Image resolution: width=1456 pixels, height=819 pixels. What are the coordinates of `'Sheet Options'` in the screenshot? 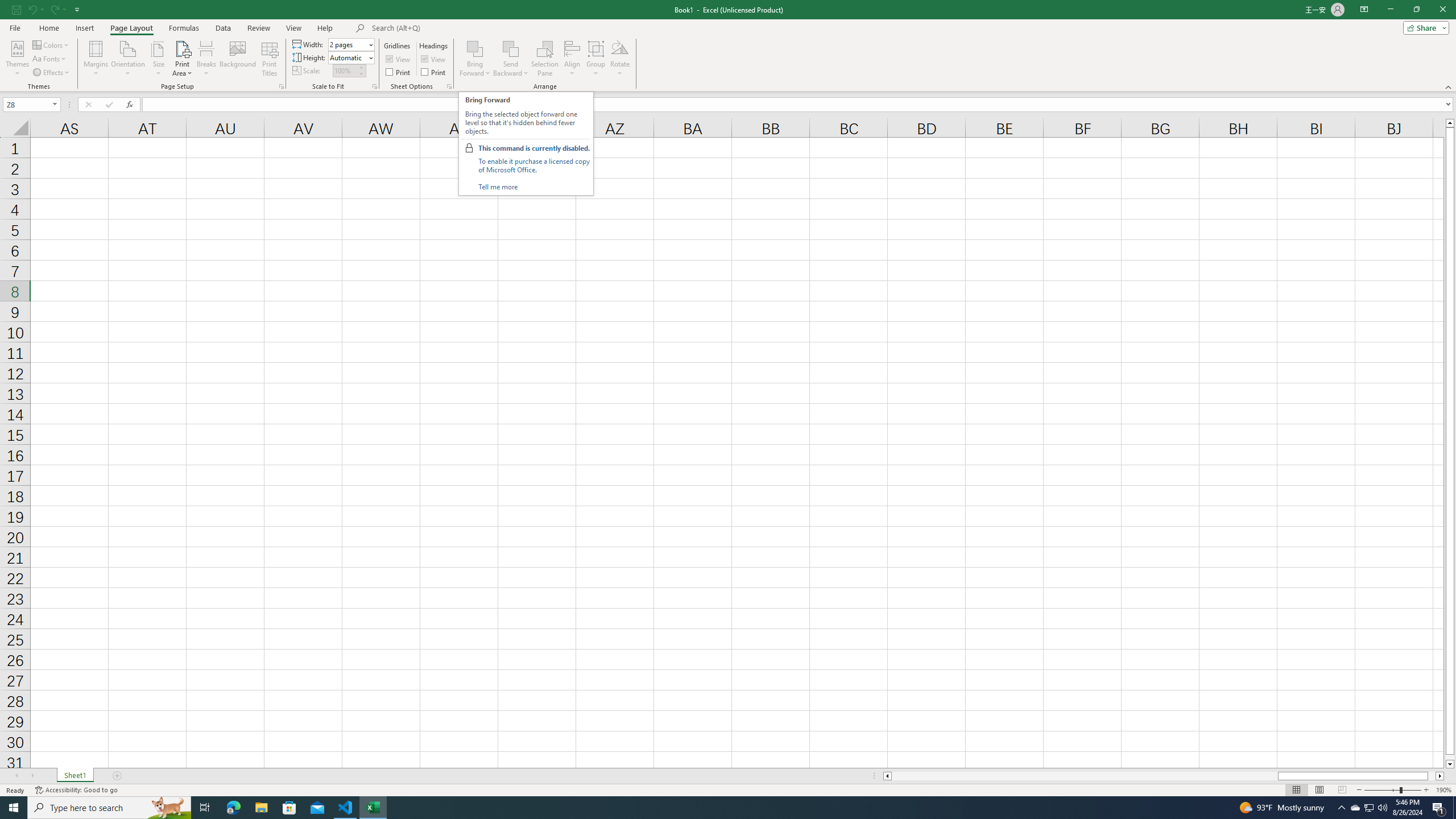 It's located at (448, 85).